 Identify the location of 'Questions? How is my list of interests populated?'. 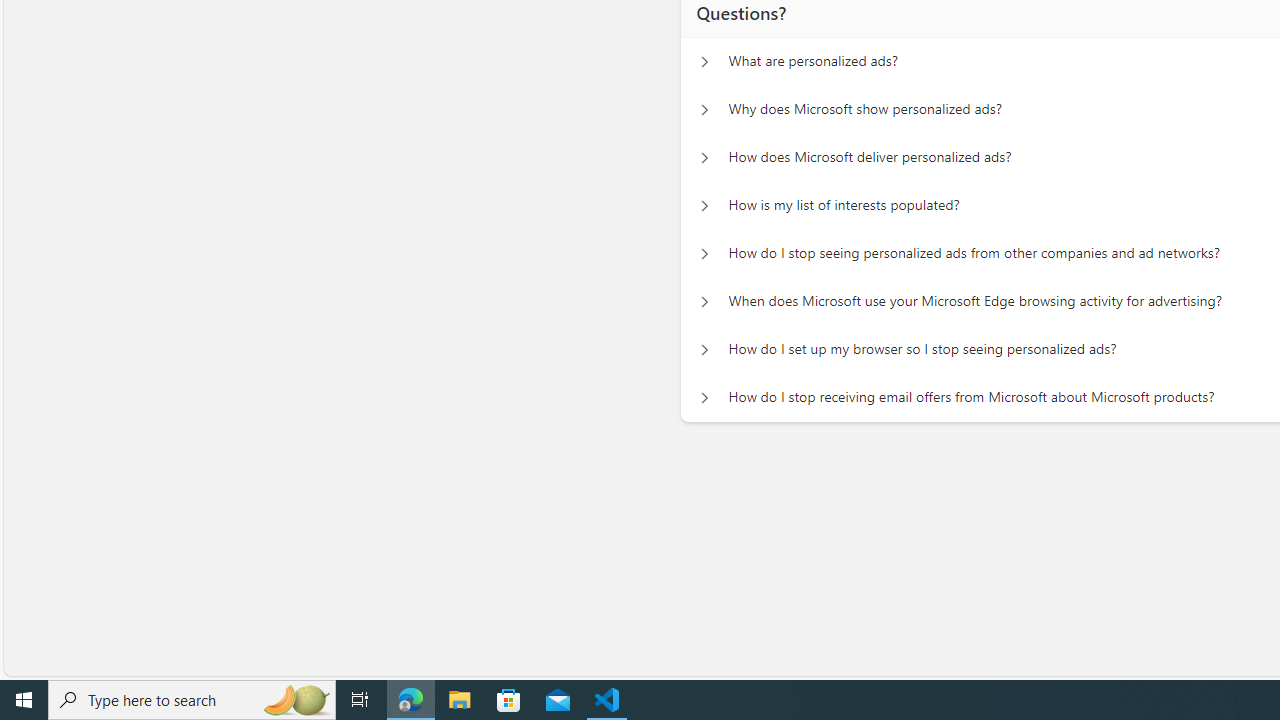
(704, 206).